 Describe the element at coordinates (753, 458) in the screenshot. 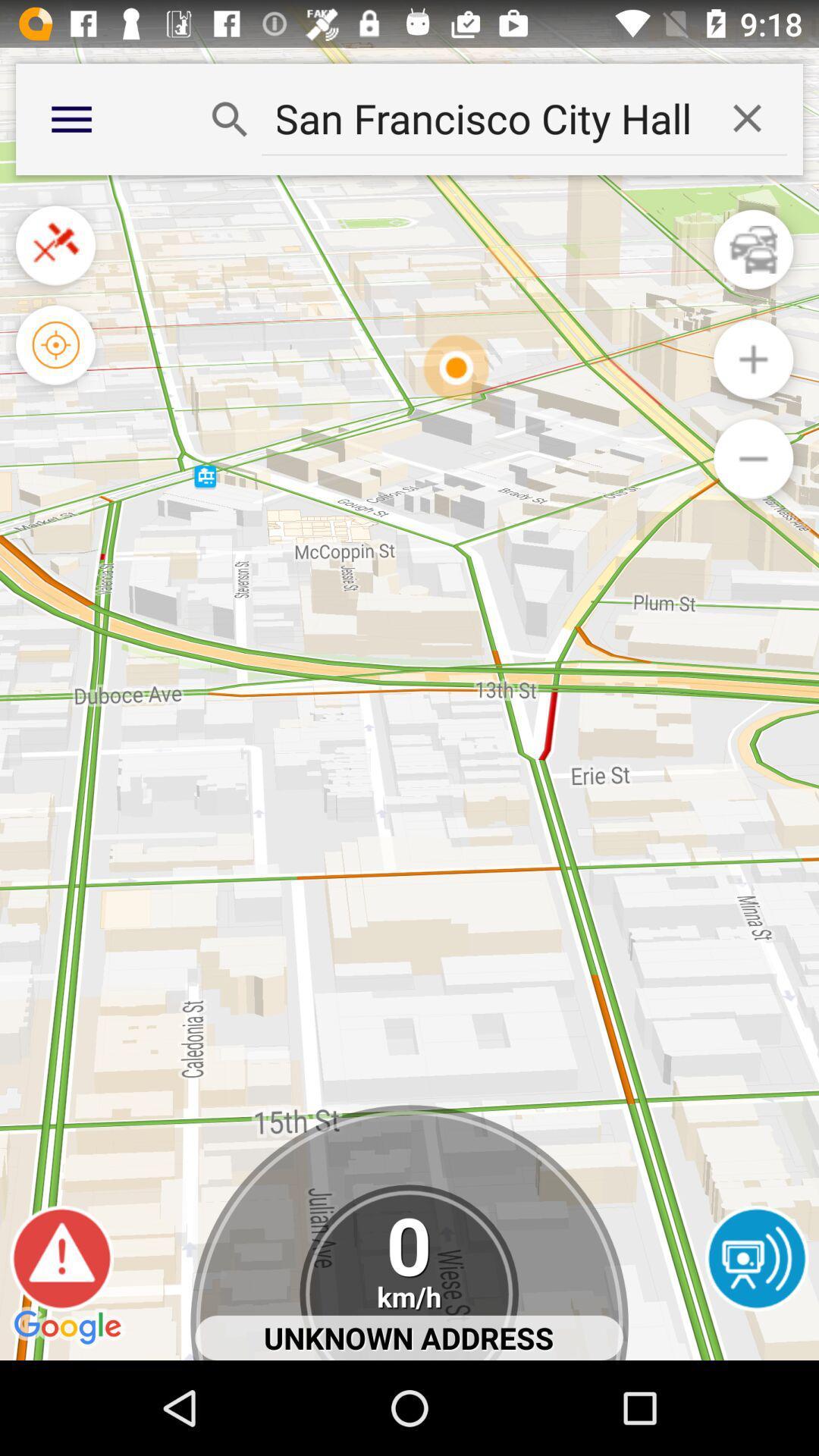

I see `the  button below` at that location.